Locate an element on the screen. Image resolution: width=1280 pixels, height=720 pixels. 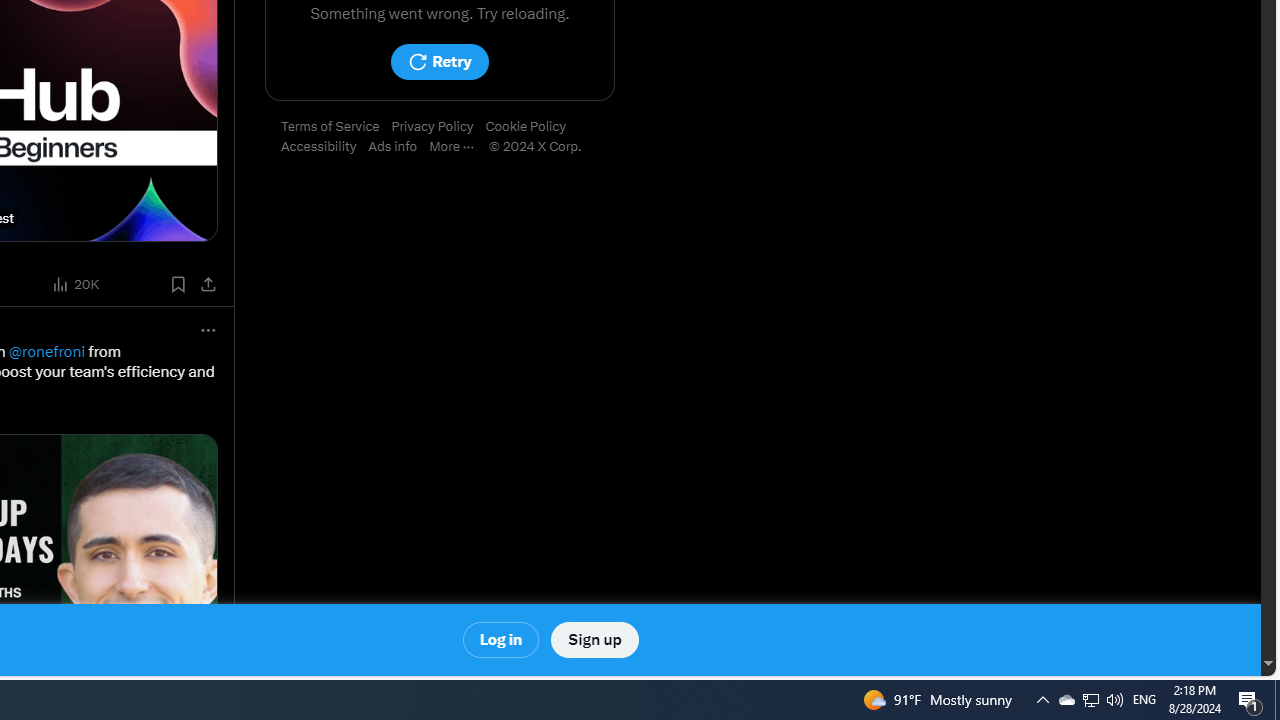
'Ads info' is located at coordinates (399, 146).